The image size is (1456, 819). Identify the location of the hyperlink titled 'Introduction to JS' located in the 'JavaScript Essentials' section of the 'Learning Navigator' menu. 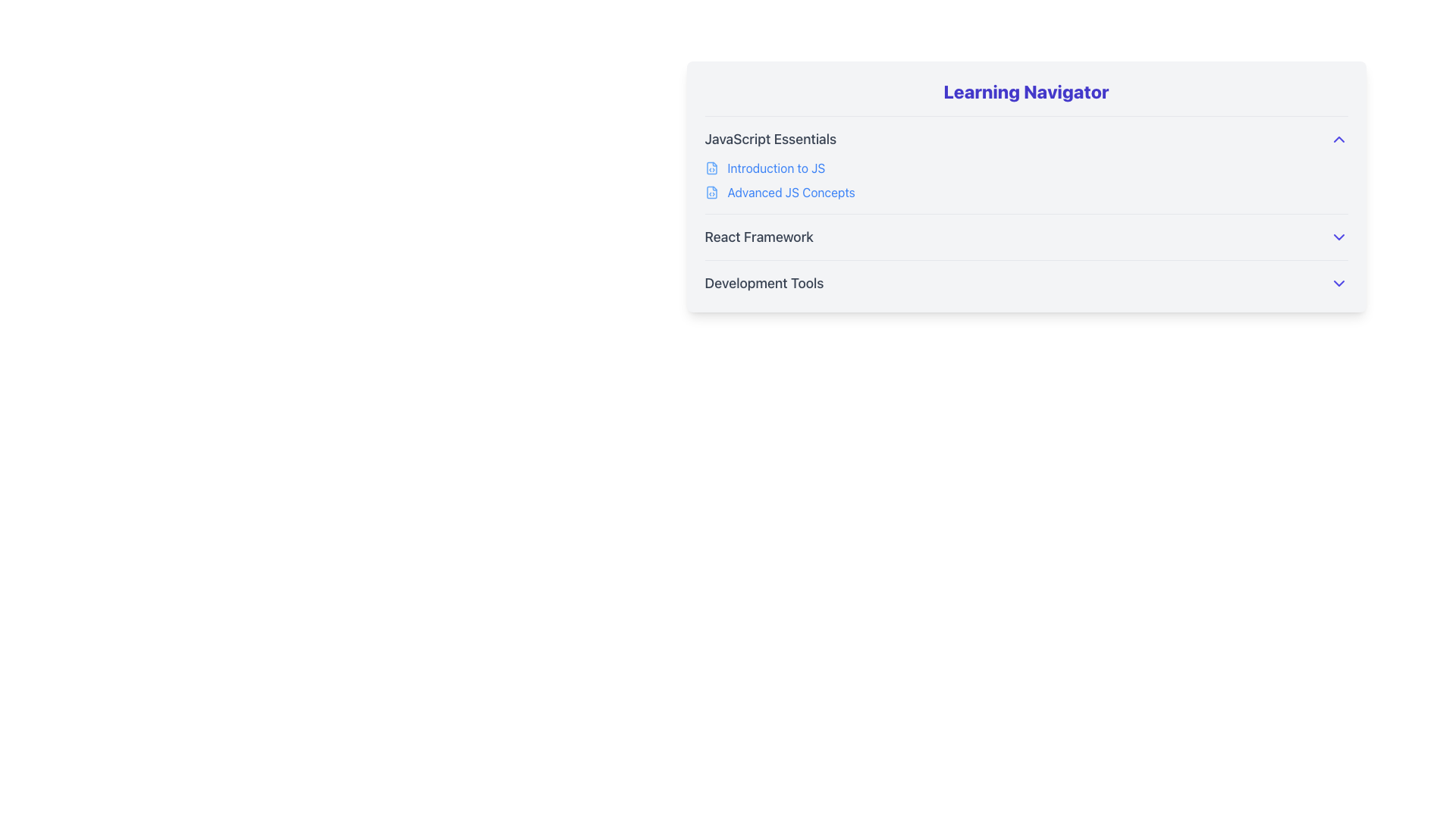
(776, 168).